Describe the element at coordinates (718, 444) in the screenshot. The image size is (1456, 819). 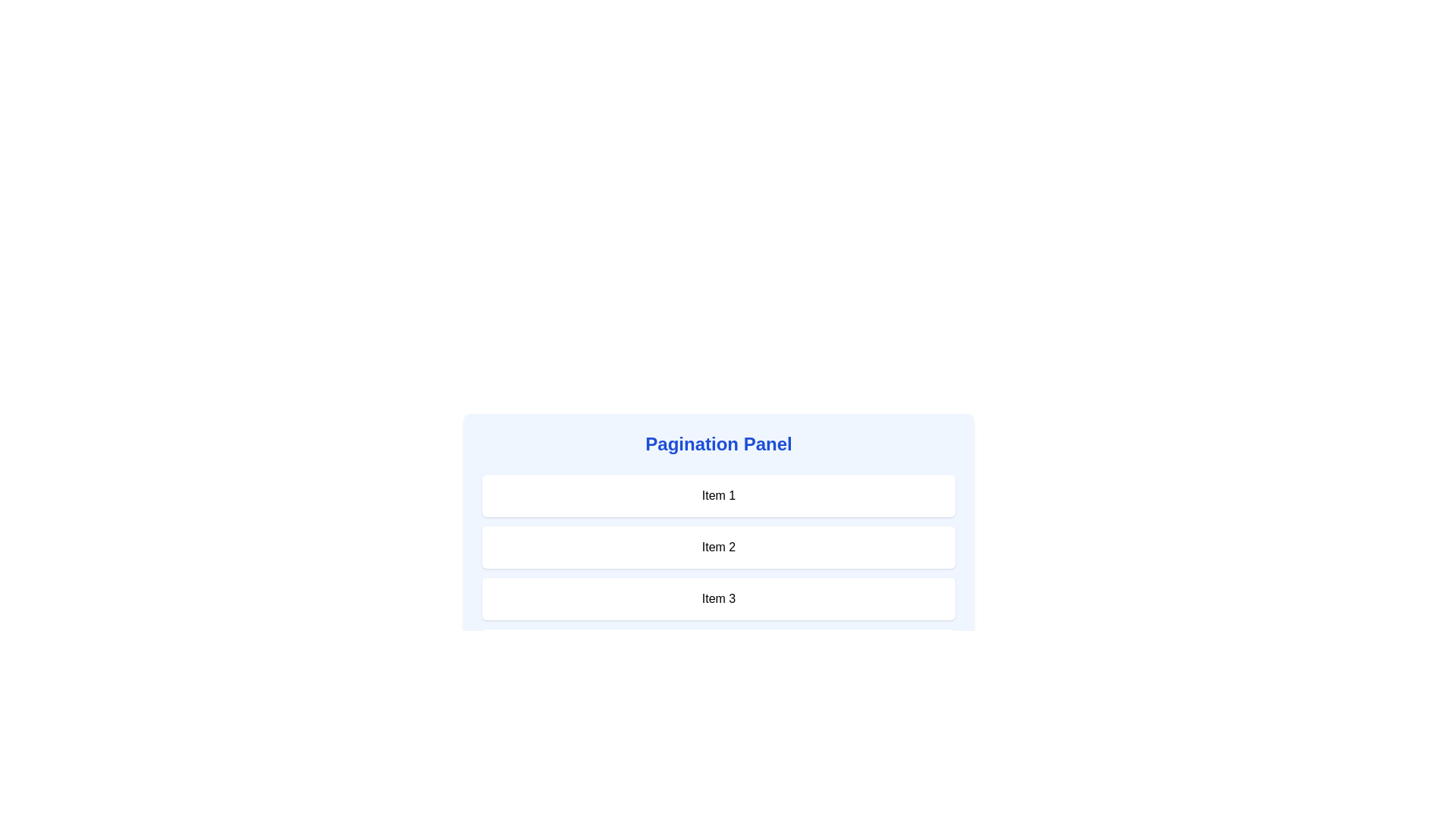
I see `the Text Label that serves as a header for the pagination panel, providing context to the surrounding list items` at that location.